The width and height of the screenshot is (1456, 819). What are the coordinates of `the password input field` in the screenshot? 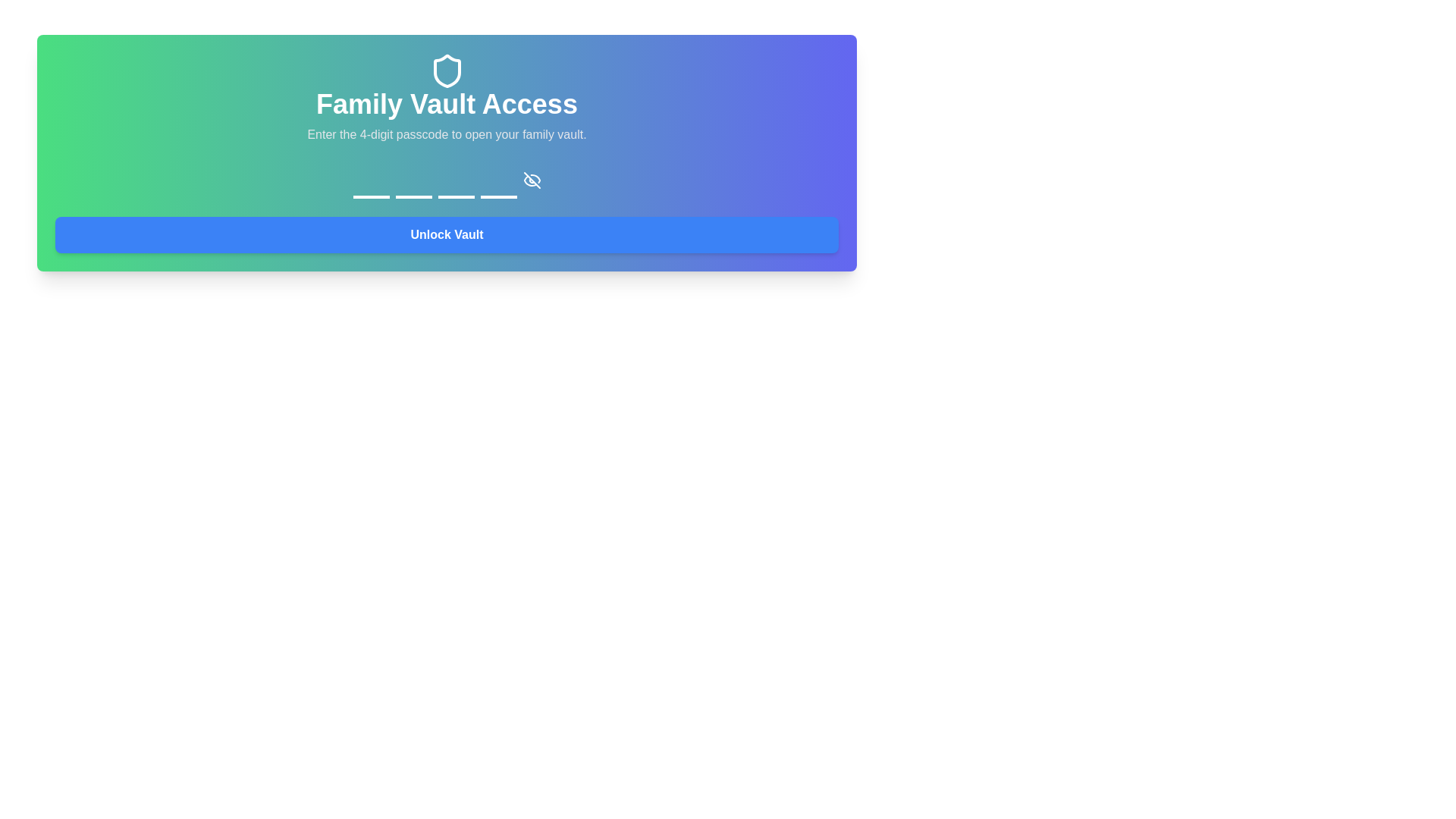 It's located at (371, 180).